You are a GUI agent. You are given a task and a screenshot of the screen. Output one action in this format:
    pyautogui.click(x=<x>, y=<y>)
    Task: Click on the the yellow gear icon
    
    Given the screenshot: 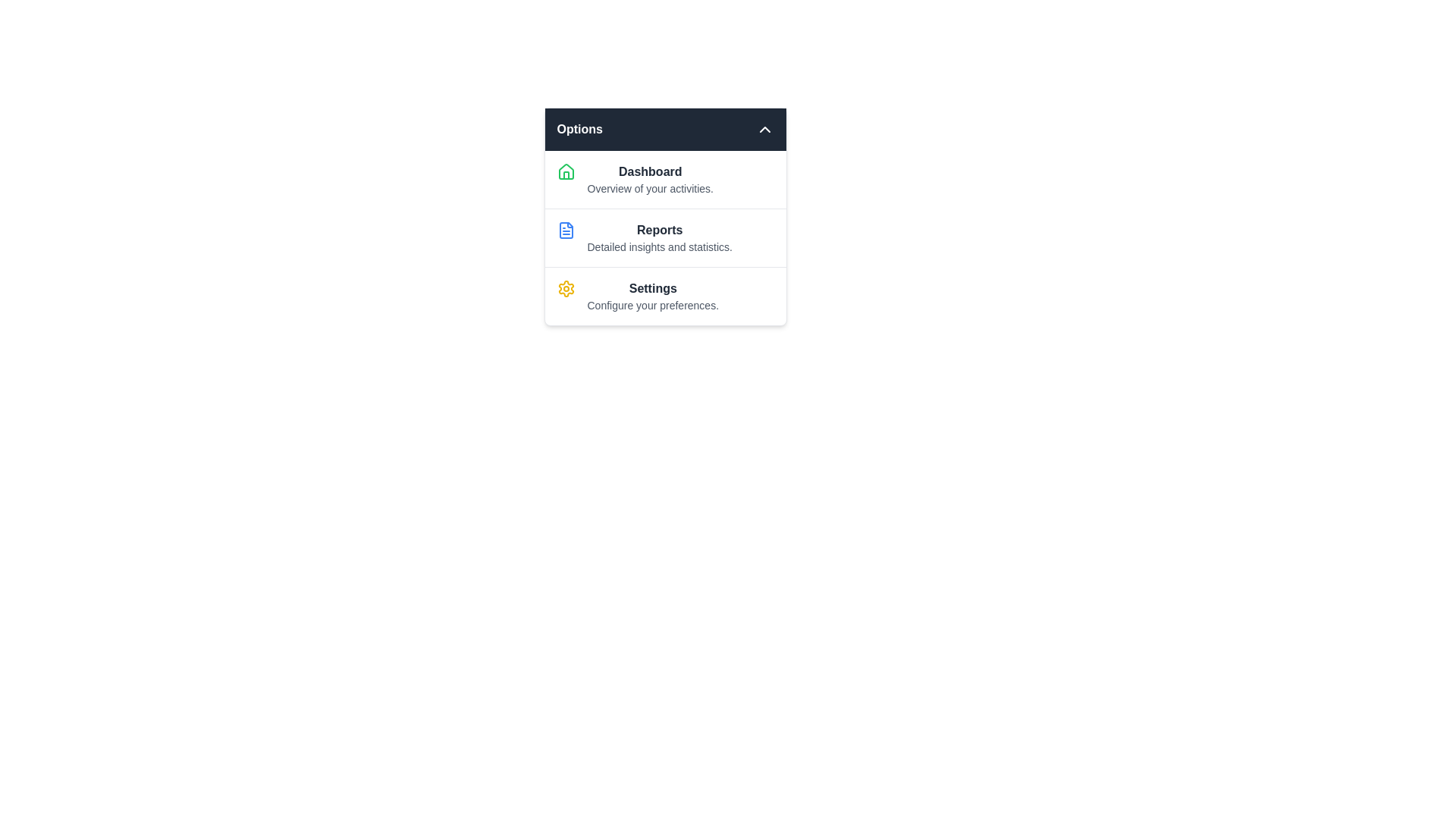 What is the action you would take?
    pyautogui.click(x=565, y=289)
    